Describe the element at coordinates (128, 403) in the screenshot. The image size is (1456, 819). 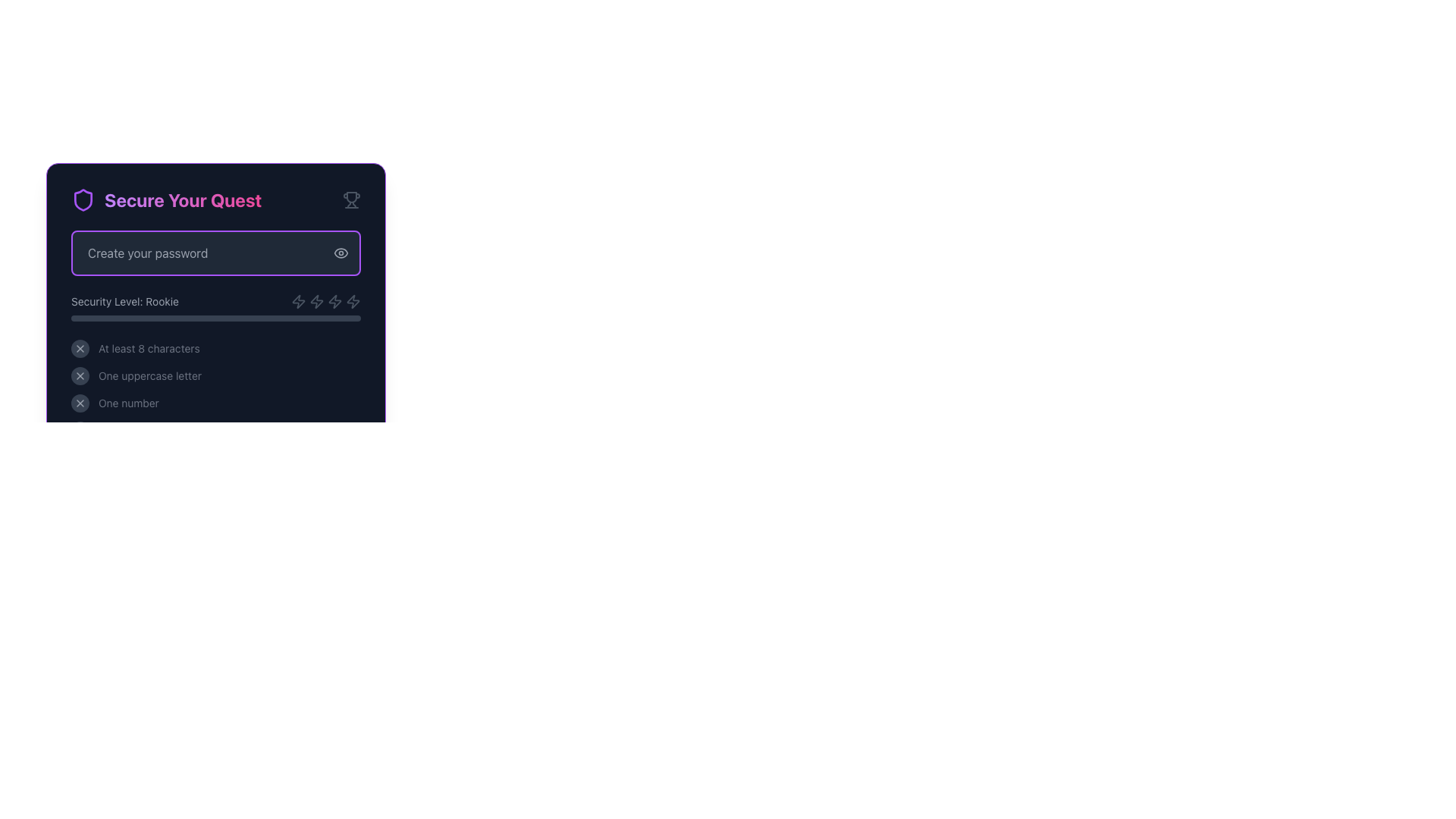
I see `the text label that reads 'One number', which is styled with a smaller font and gray color, located at the bottom-left corner of the password requirements list` at that location.